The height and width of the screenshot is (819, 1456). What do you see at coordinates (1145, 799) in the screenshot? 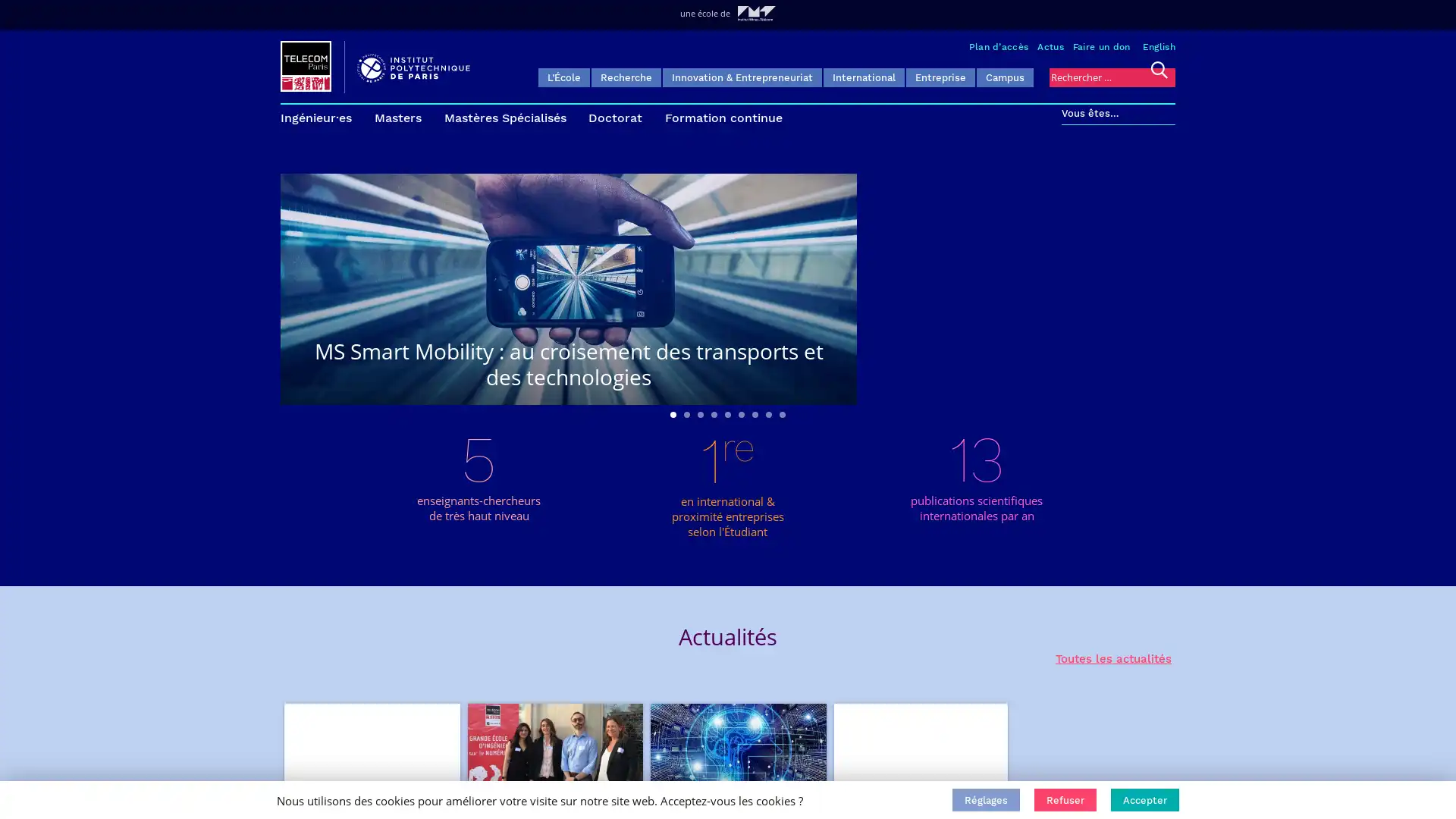
I see `Accepter` at bounding box center [1145, 799].